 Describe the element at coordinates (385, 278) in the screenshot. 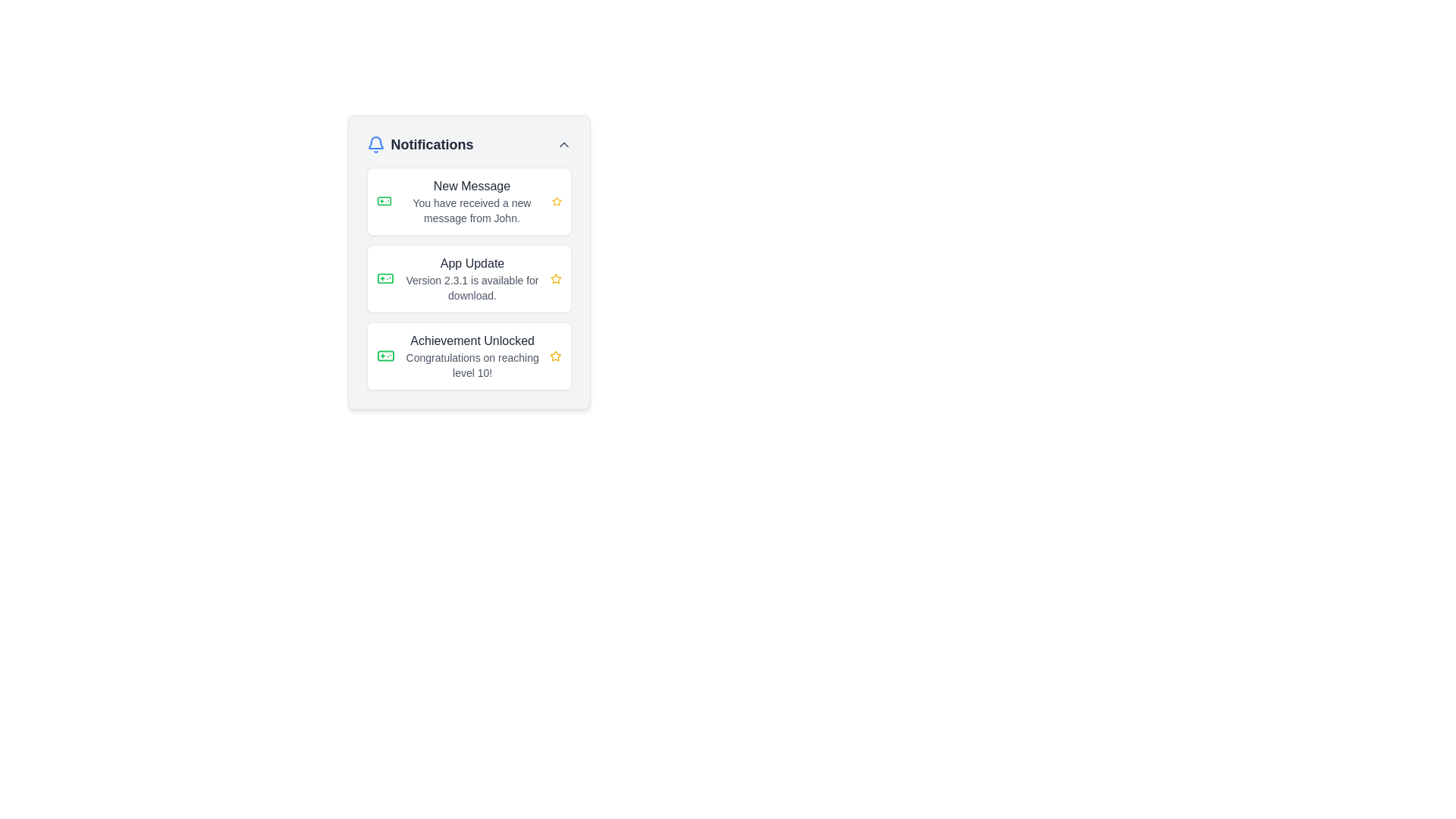

I see `the app update icon within the notification card titled 'App Update' in the notification list` at that location.